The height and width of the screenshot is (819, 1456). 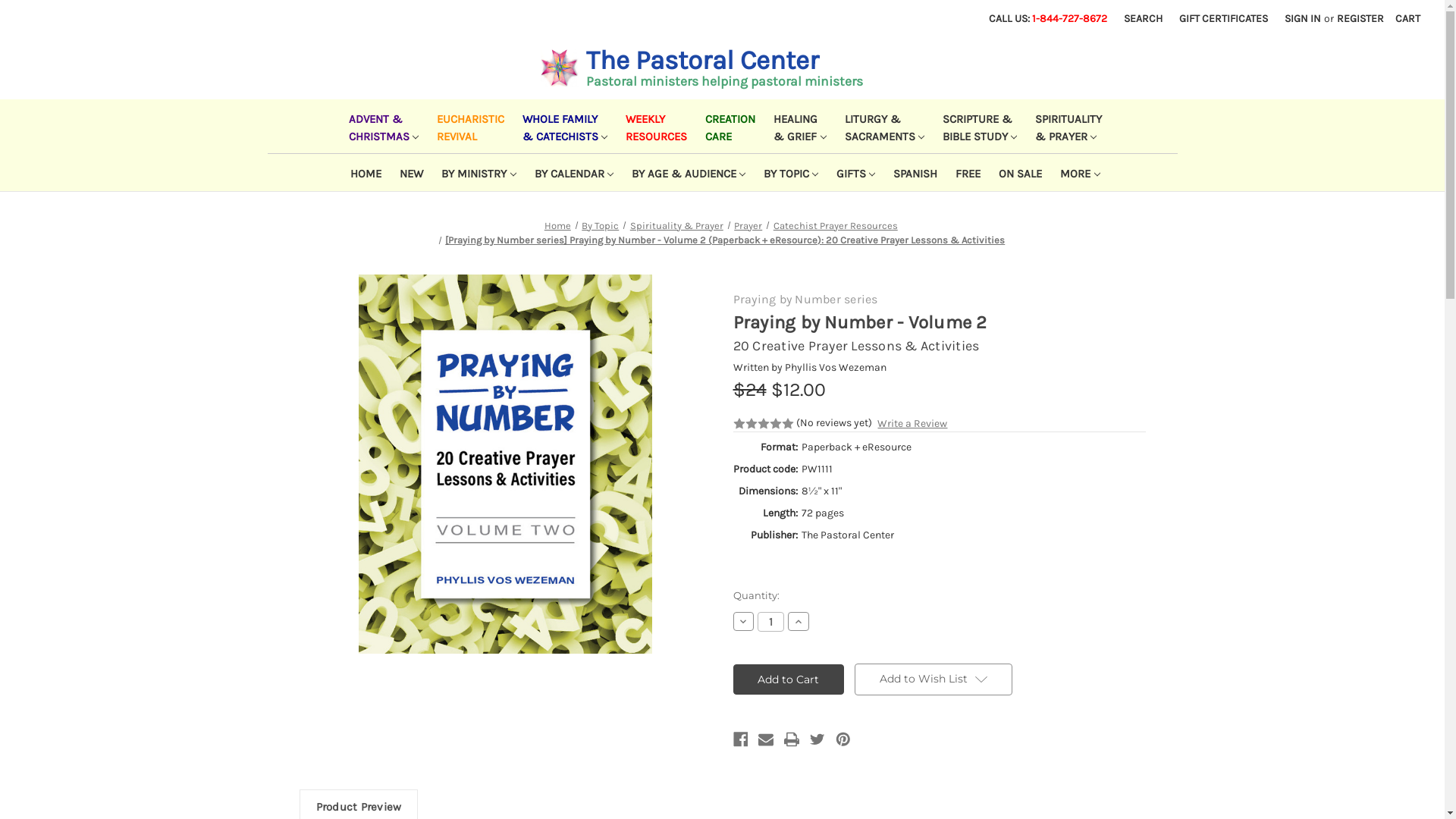 What do you see at coordinates (739, 739) in the screenshot?
I see `'Facebook'` at bounding box center [739, 739].